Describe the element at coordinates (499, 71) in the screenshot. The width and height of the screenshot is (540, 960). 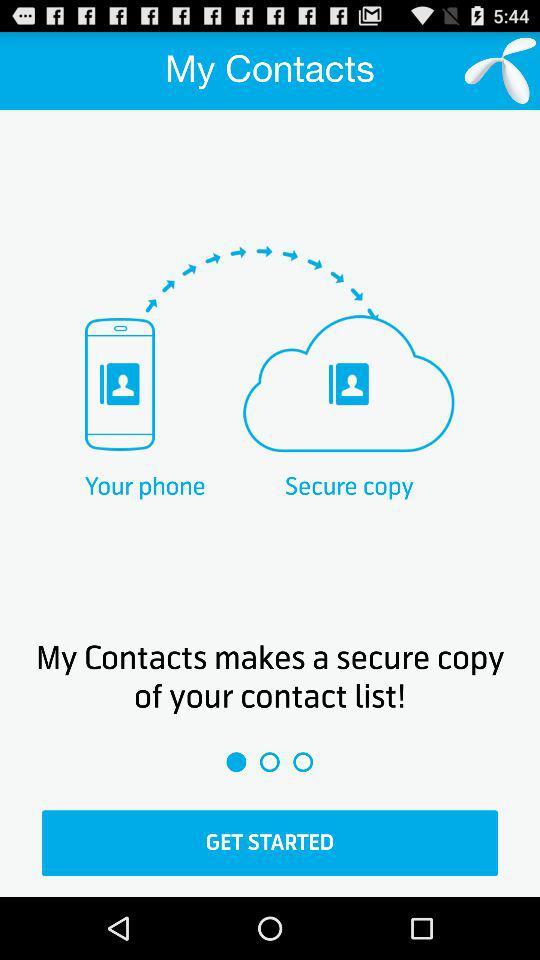
I see `the icon which is after  my contacts  on page` at that location.